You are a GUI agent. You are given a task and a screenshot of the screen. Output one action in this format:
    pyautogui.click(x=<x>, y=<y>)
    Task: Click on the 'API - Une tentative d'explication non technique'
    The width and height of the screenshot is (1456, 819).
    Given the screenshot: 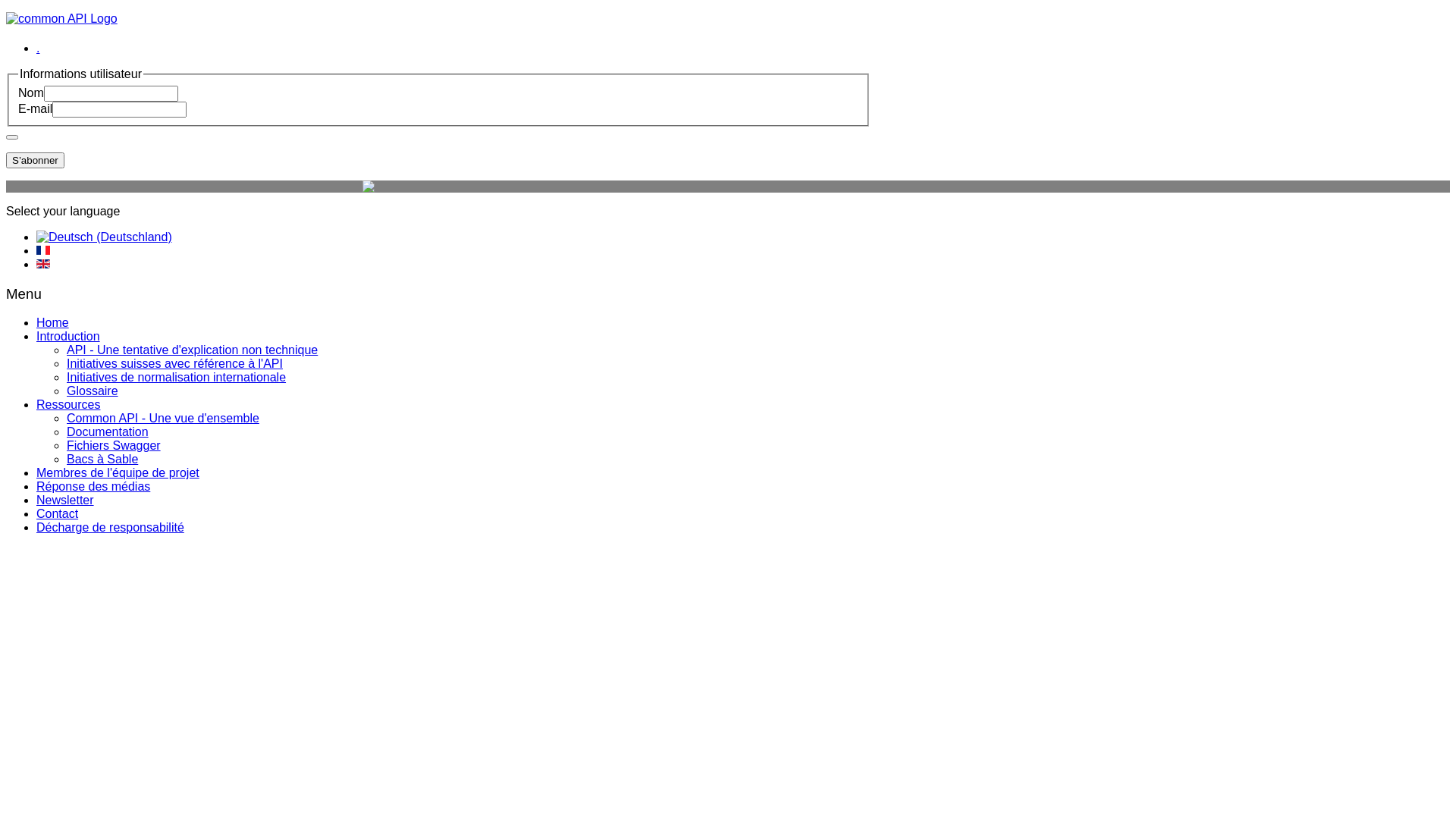 What is the action you would take?
    pyautogui.click(x=191, y=350)
    